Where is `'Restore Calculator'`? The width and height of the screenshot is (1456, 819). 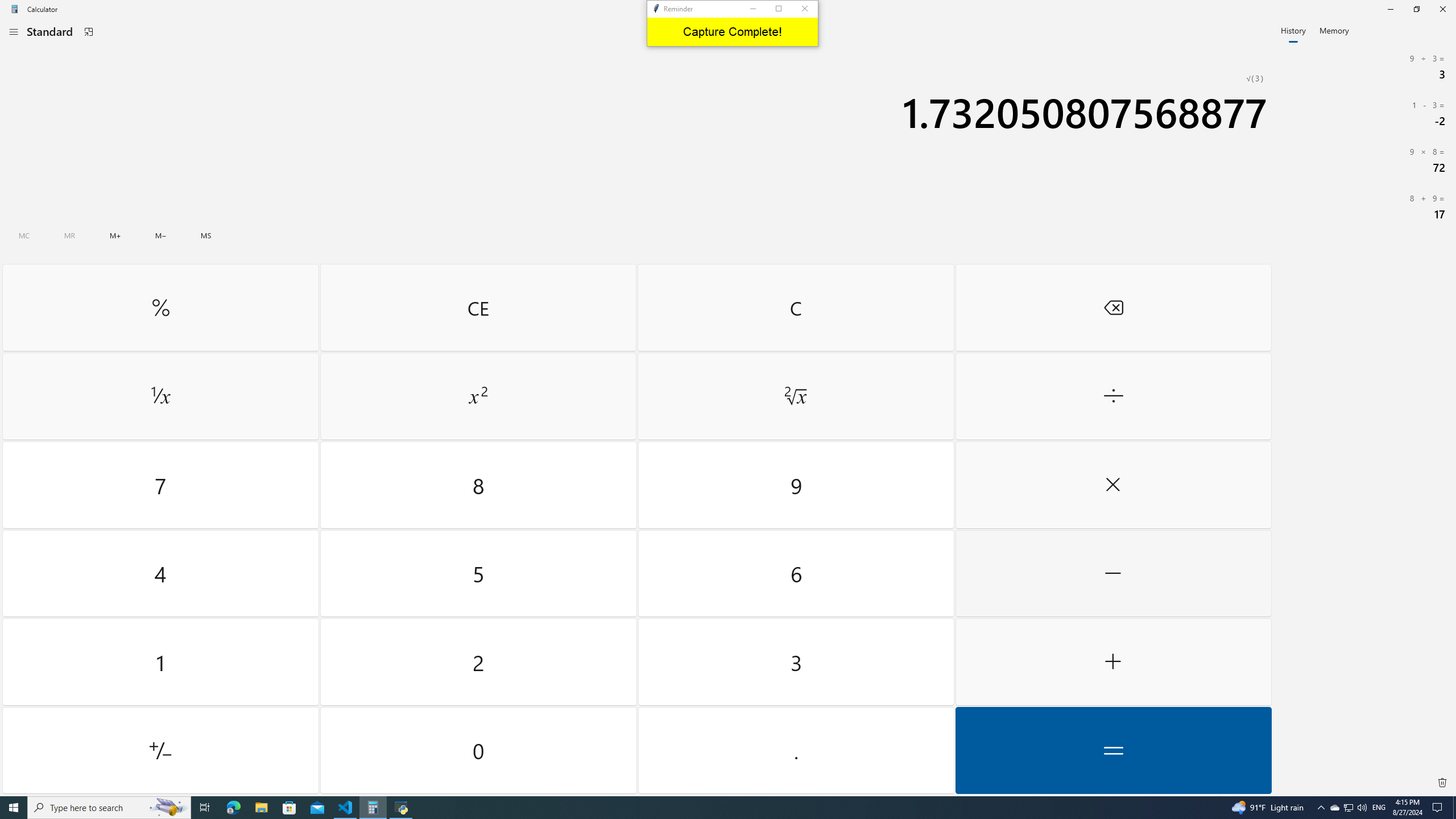
'Restore Calculator' is located at coordinates (1416, 9).